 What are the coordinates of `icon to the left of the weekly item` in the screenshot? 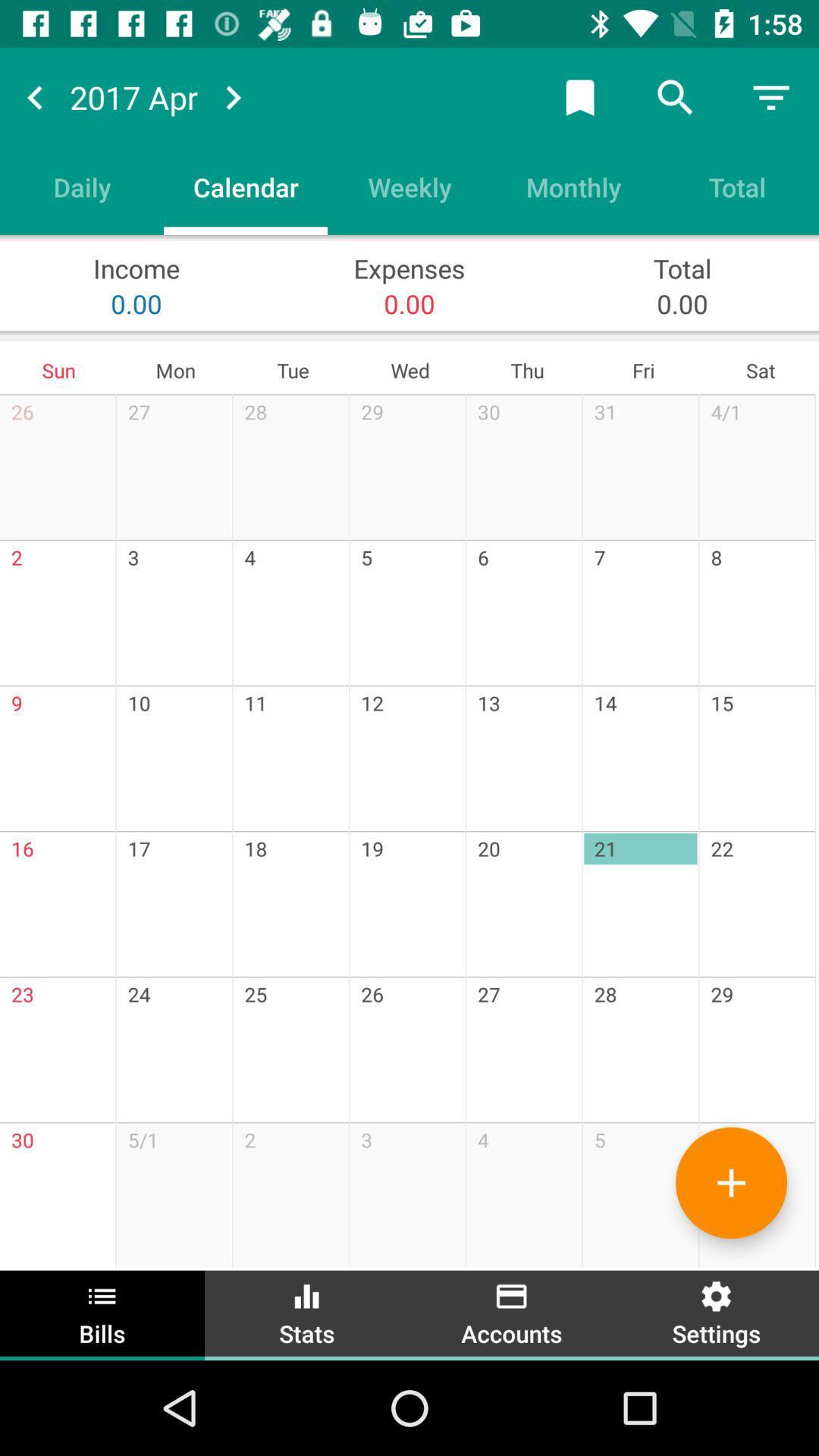 It's located at (245, 186).